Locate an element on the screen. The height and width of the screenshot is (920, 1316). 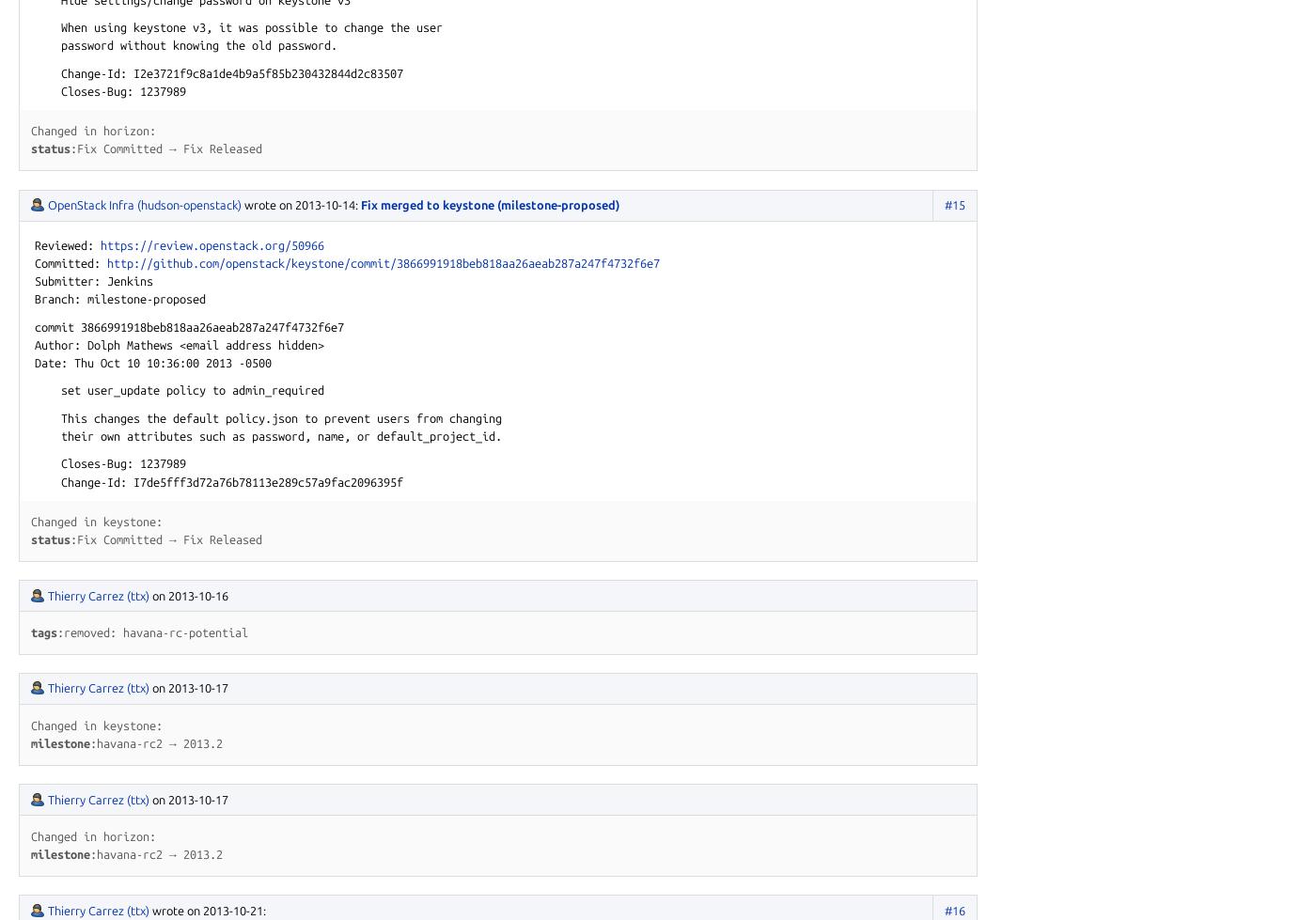
'#16' is located at coordinates (945, 909).